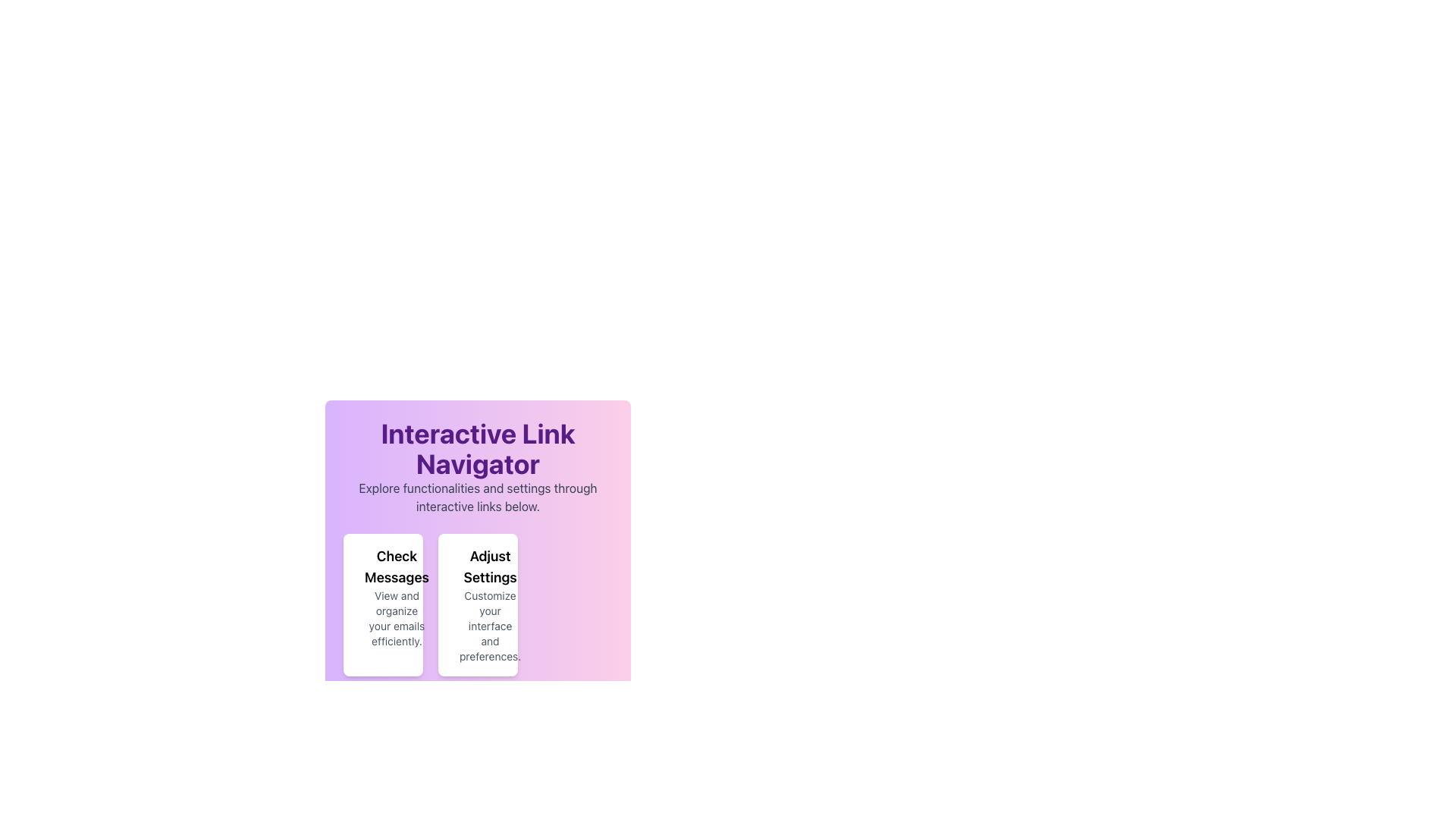  I want to click on the text element labeled 'Go to Messages' located beneath the header 'Check Messages' in the left card of the grid, so click(383, 604).